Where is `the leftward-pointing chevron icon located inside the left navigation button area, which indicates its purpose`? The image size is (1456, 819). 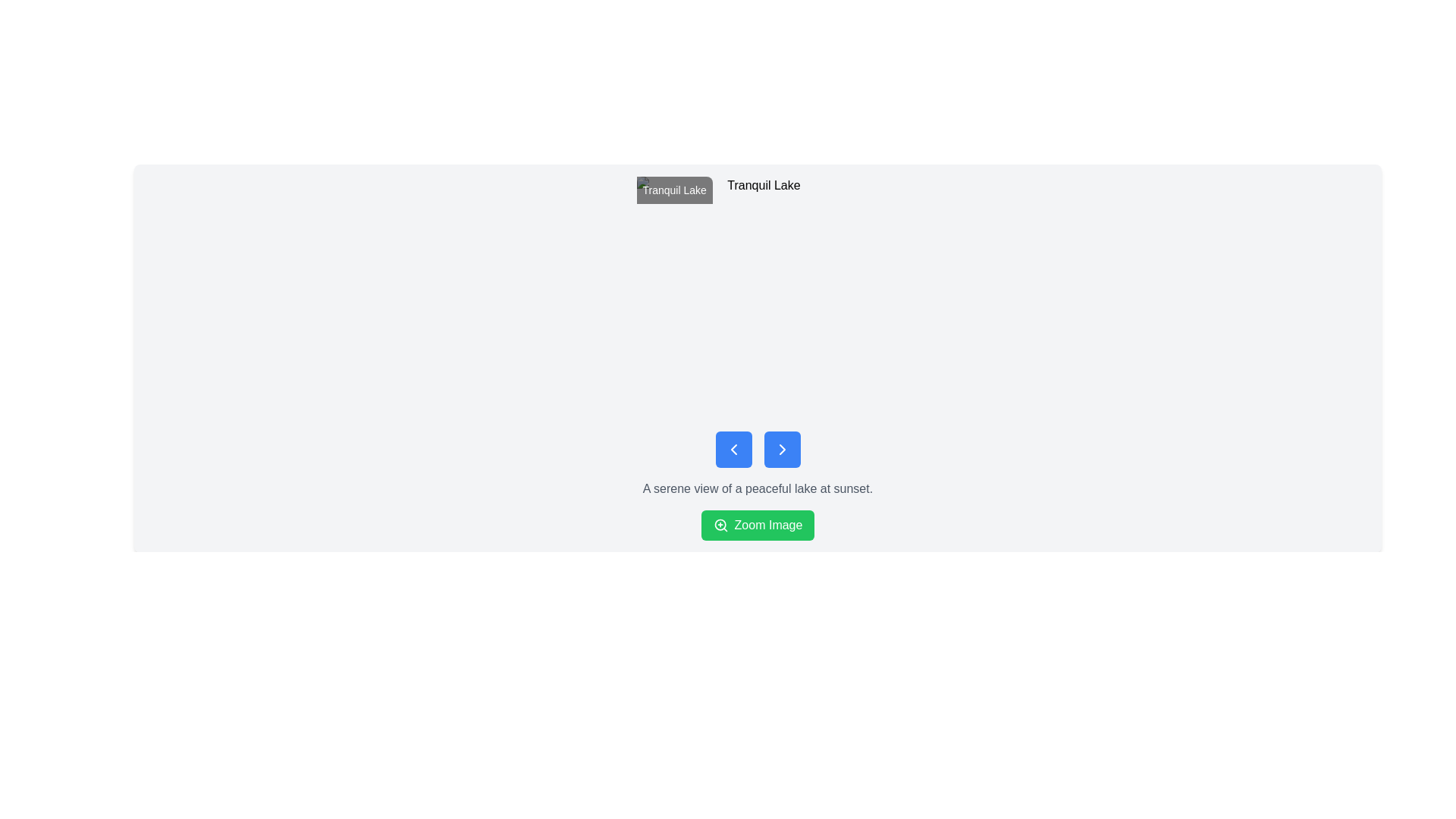 the leftward-pointing chevron icon located inside the left navigation button area, which indicates its purpose is located at coordinates (733, 449).